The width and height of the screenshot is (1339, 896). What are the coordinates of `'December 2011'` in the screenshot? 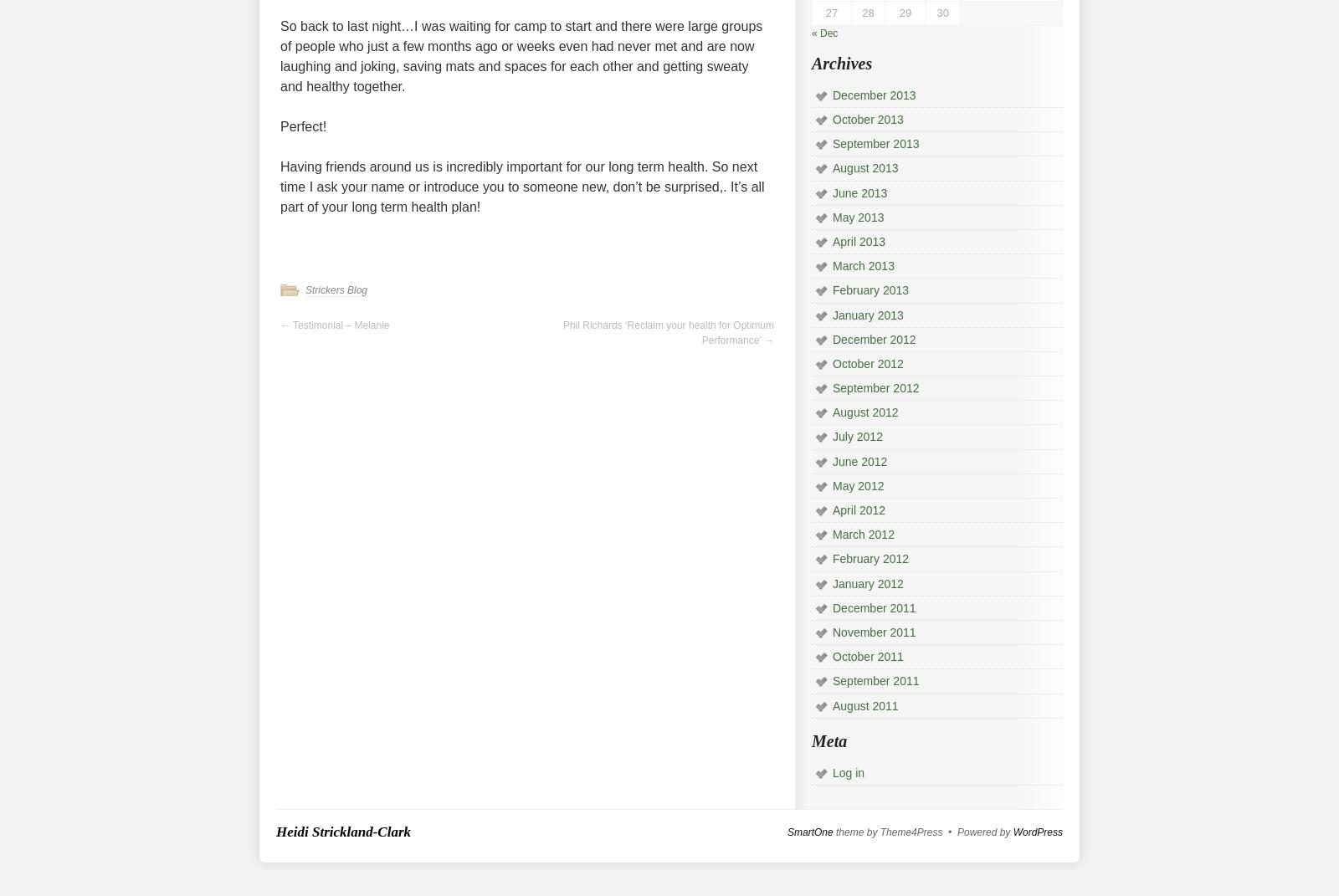 It's located at (832, 607).